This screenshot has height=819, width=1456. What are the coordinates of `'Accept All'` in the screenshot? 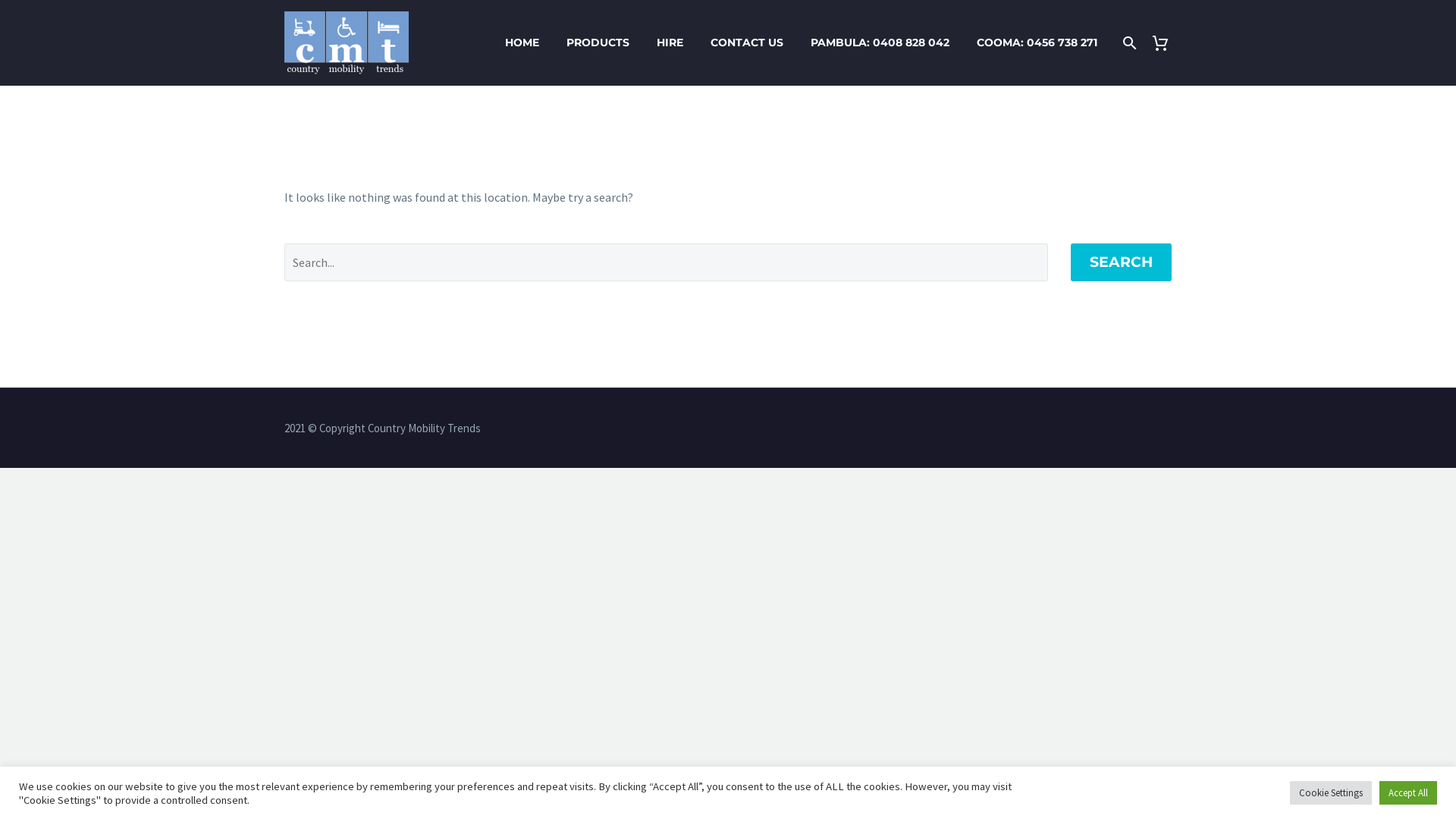 It's located at (1407, 792).